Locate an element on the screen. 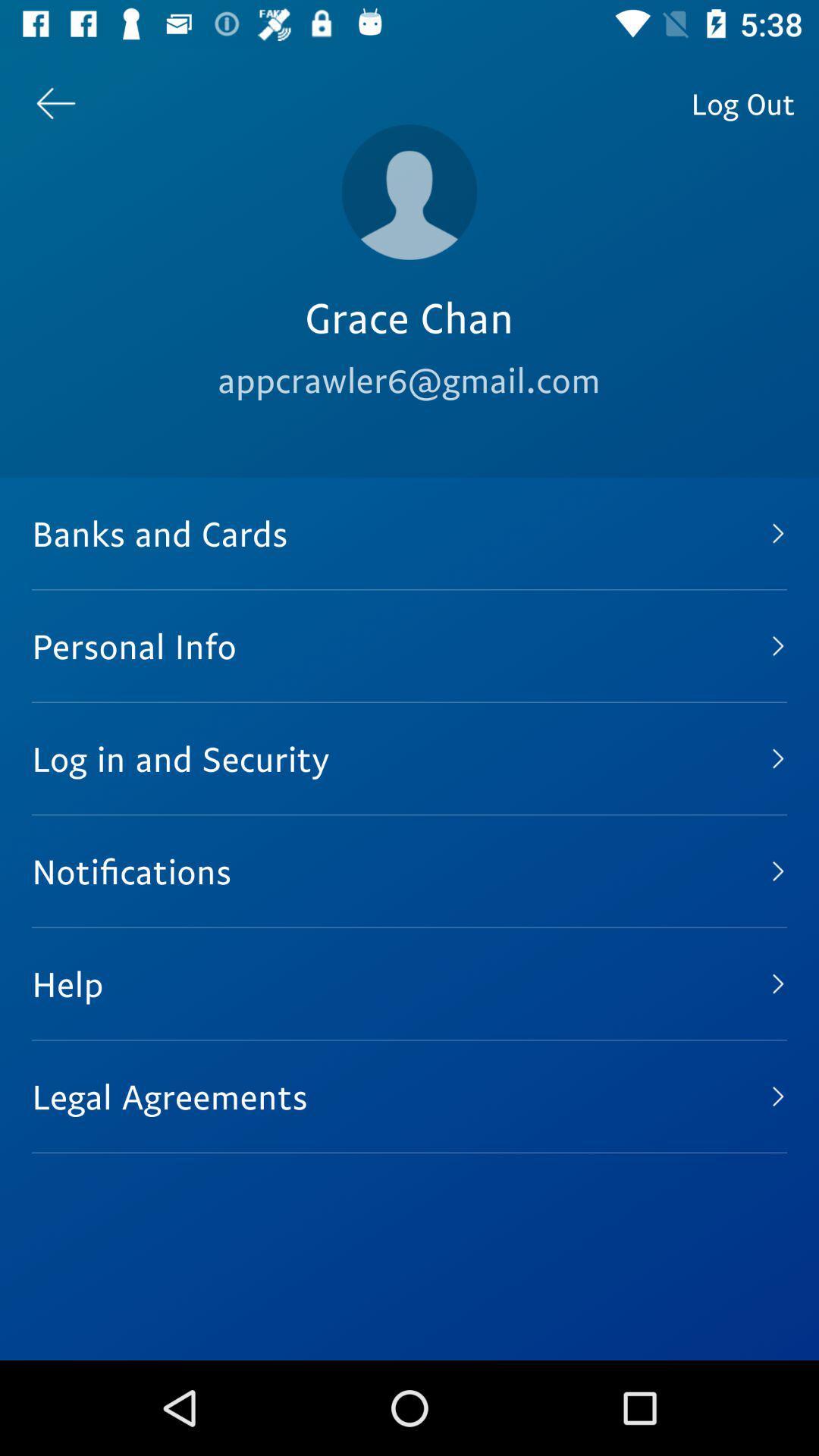 The width and height of the screenshot is (819, 1456). the avatar icon is located at coordinates (409, 191).